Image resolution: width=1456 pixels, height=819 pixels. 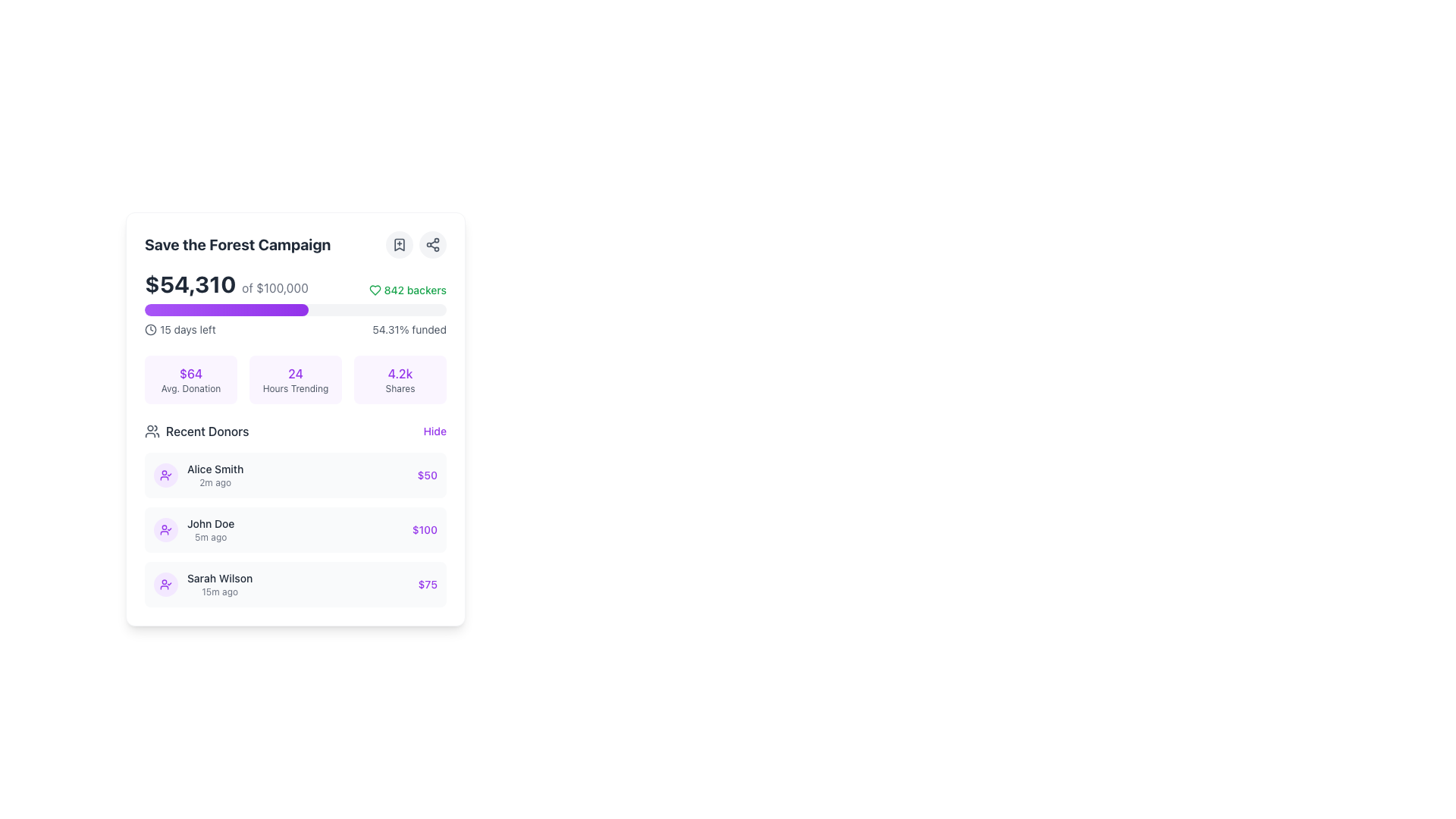 What do you see at coordinates (295, 584) in the screenshot?
I see `donation amount displayed in the third list item of the card component, which shows details about a specific donation` at bounding box center [295, 584].